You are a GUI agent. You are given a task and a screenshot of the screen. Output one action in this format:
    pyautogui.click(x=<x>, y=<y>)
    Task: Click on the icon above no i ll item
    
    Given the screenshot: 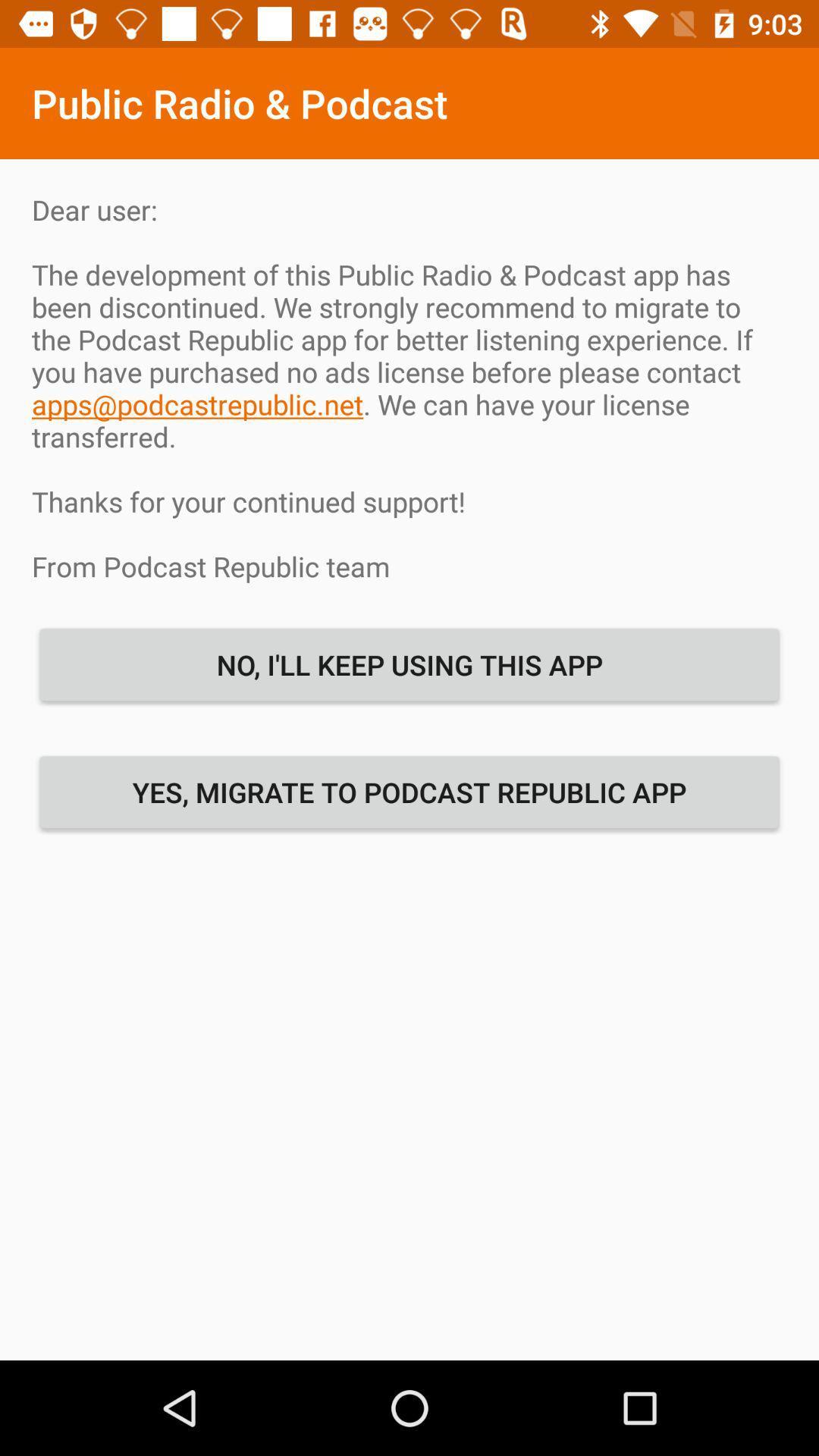 What is the action you would take?
    pyautogui.click(x=409, y=388)
    